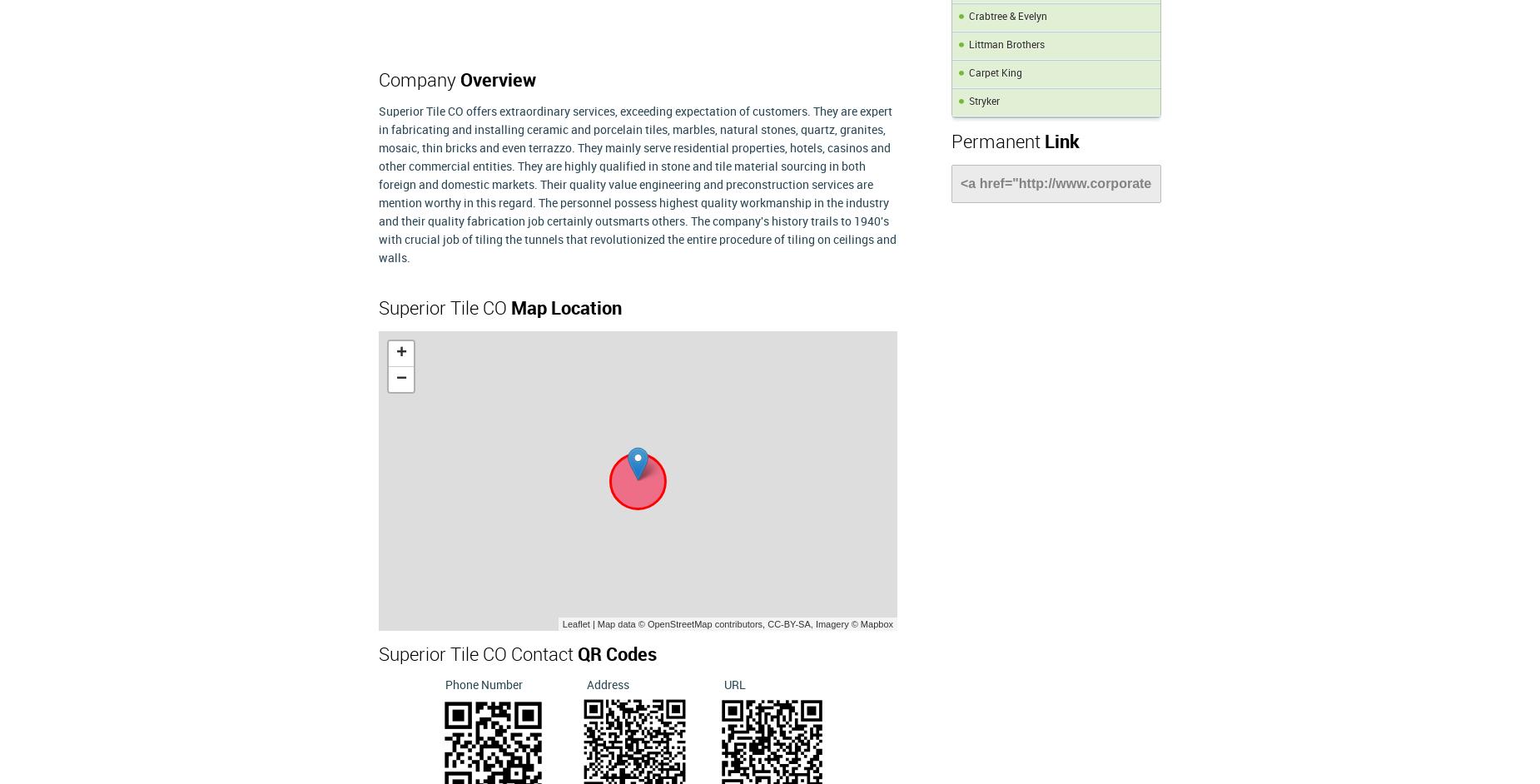  I want to click on 'Address', so click(608, 684).